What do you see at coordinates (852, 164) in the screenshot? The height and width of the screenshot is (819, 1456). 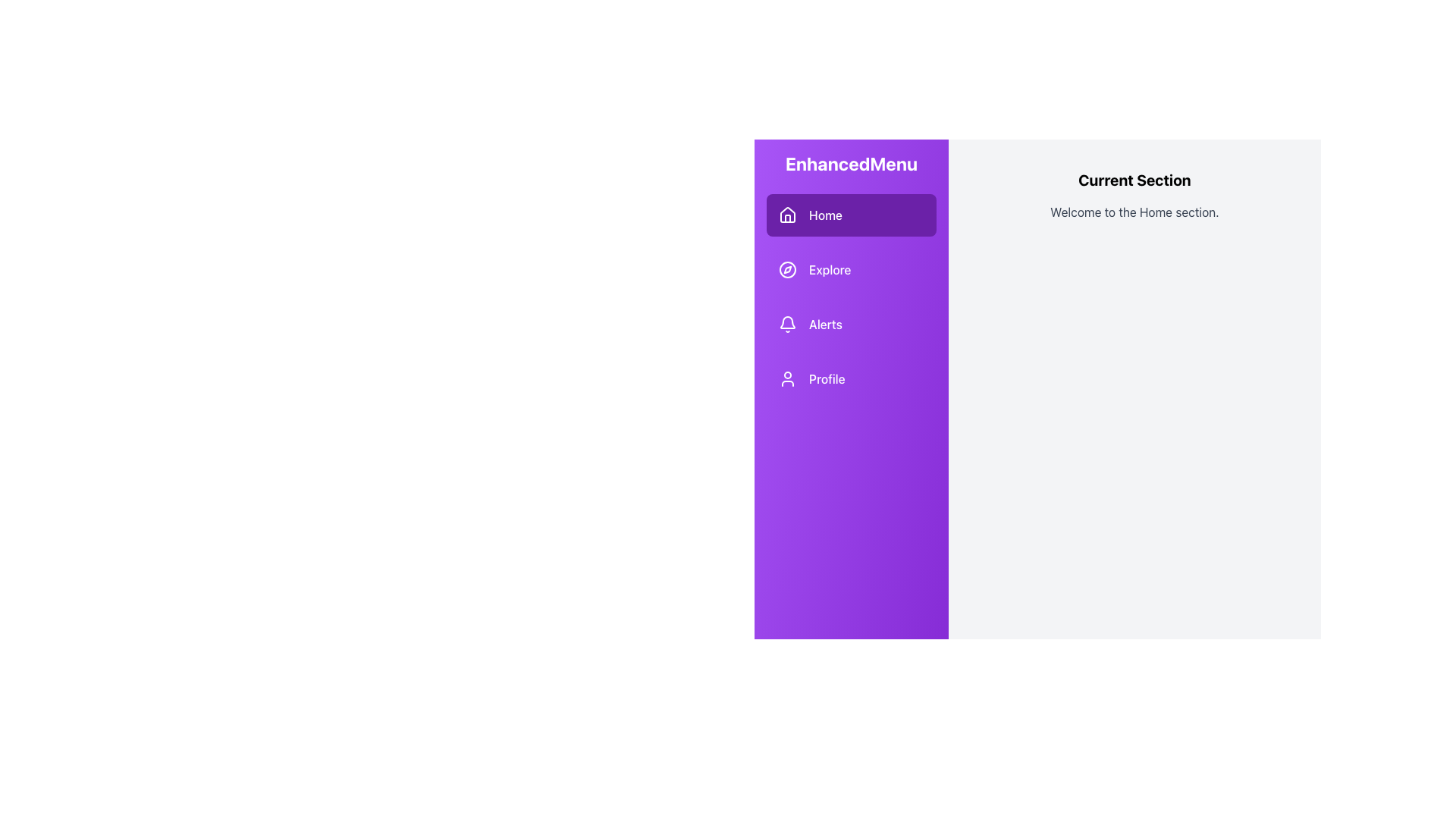 I see `the static text label 'EnhancedMenu' at the top of the sidebar menu, which serves as a title for the menu's content` at bounding box center [852, 164].